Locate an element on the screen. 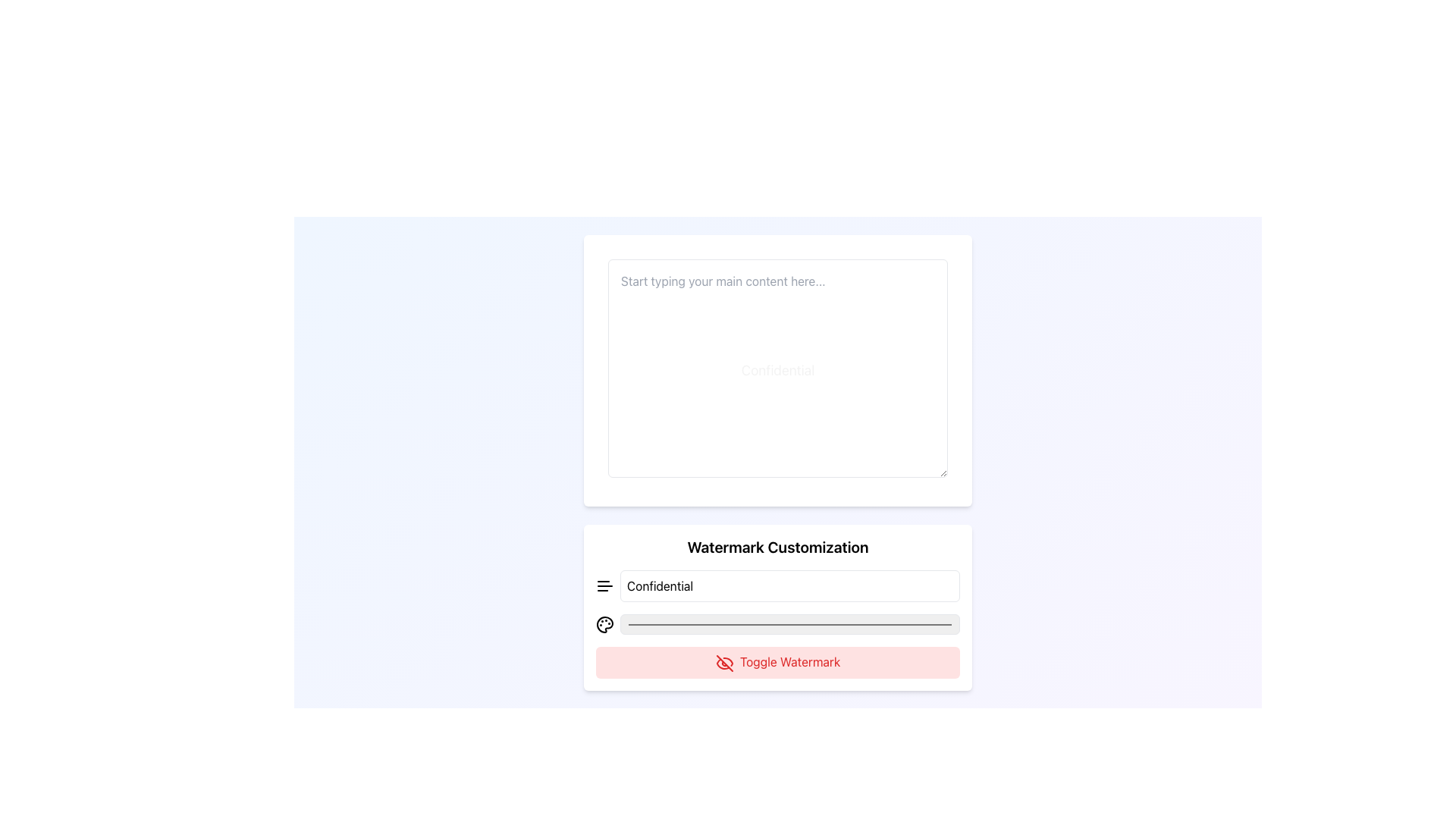 Image resolution: width=1456 pixels, height=819 pixels. the icon depicting three horizontal lines, which is vertically centered within the 'Watermark Customization' input field group, located to the left of the 'Confidential' text input field is located at coordinates (604, 585).